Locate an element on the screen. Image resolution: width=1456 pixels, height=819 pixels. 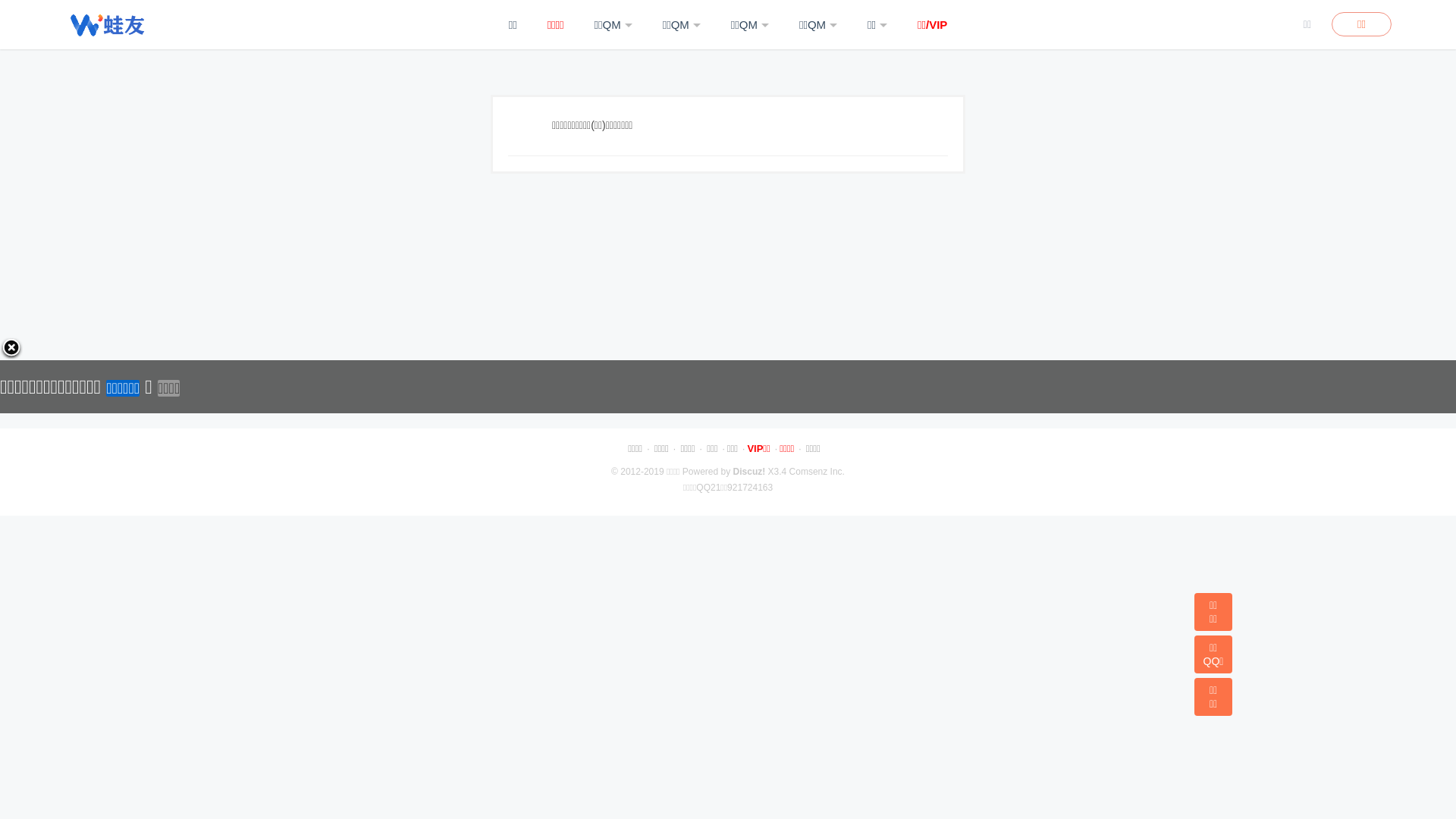
'Discuz!' is located at coordinates (749, 470).